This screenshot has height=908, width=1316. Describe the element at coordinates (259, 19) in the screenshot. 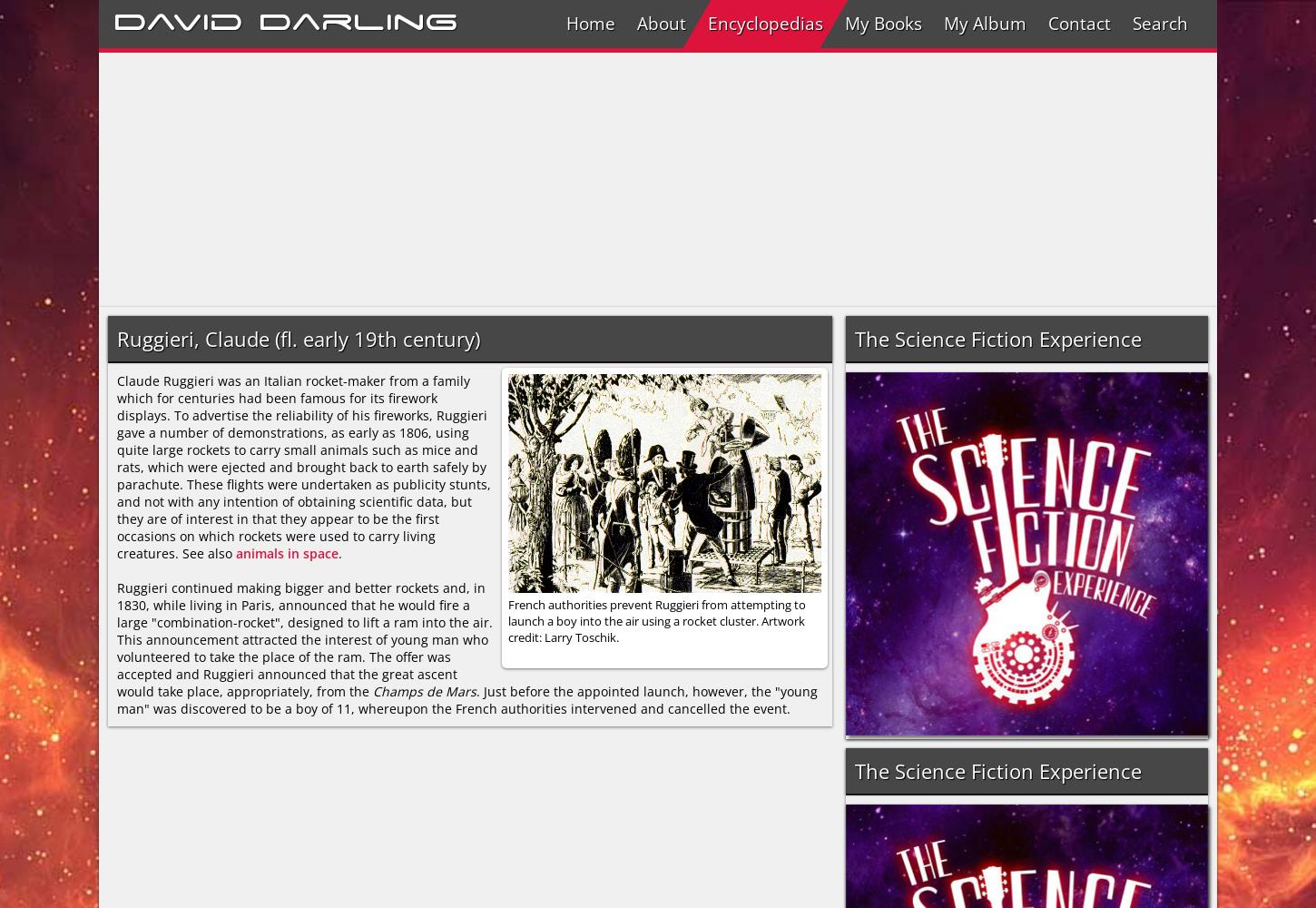

I see `'Darling'` at that location.